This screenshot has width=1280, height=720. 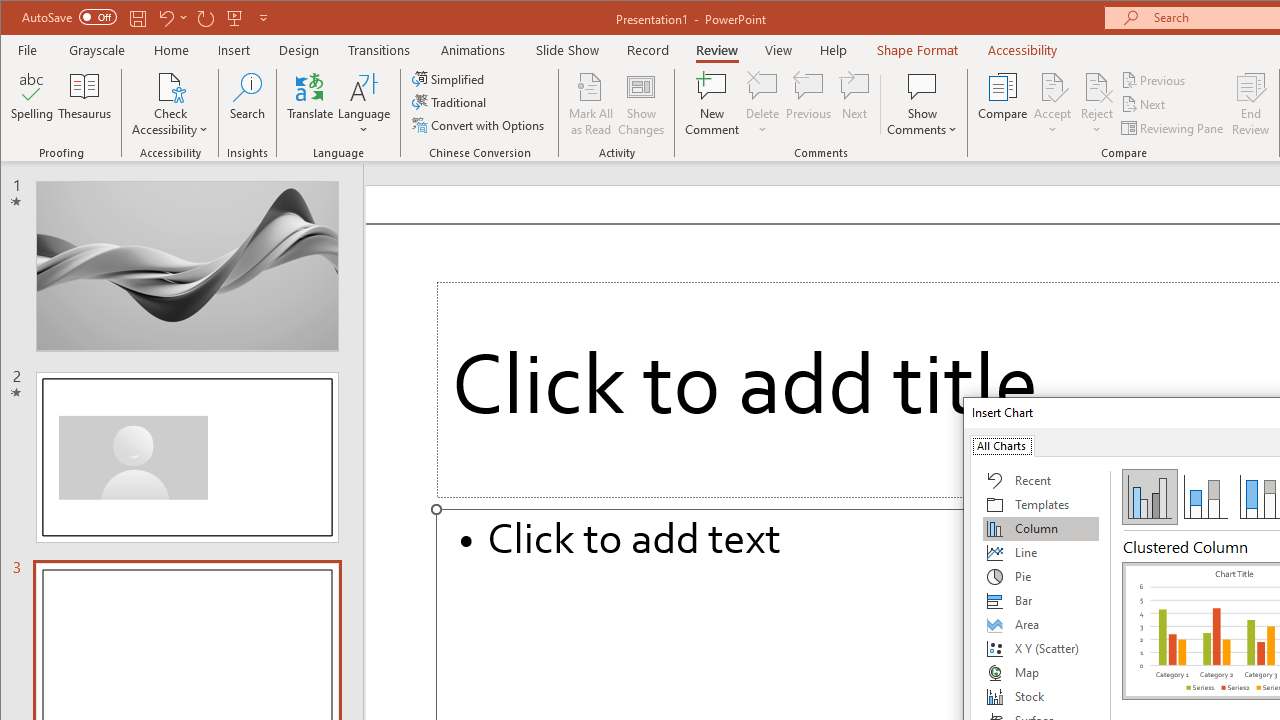 I want to click on 'All Charts', so click(x=1001, y=444).